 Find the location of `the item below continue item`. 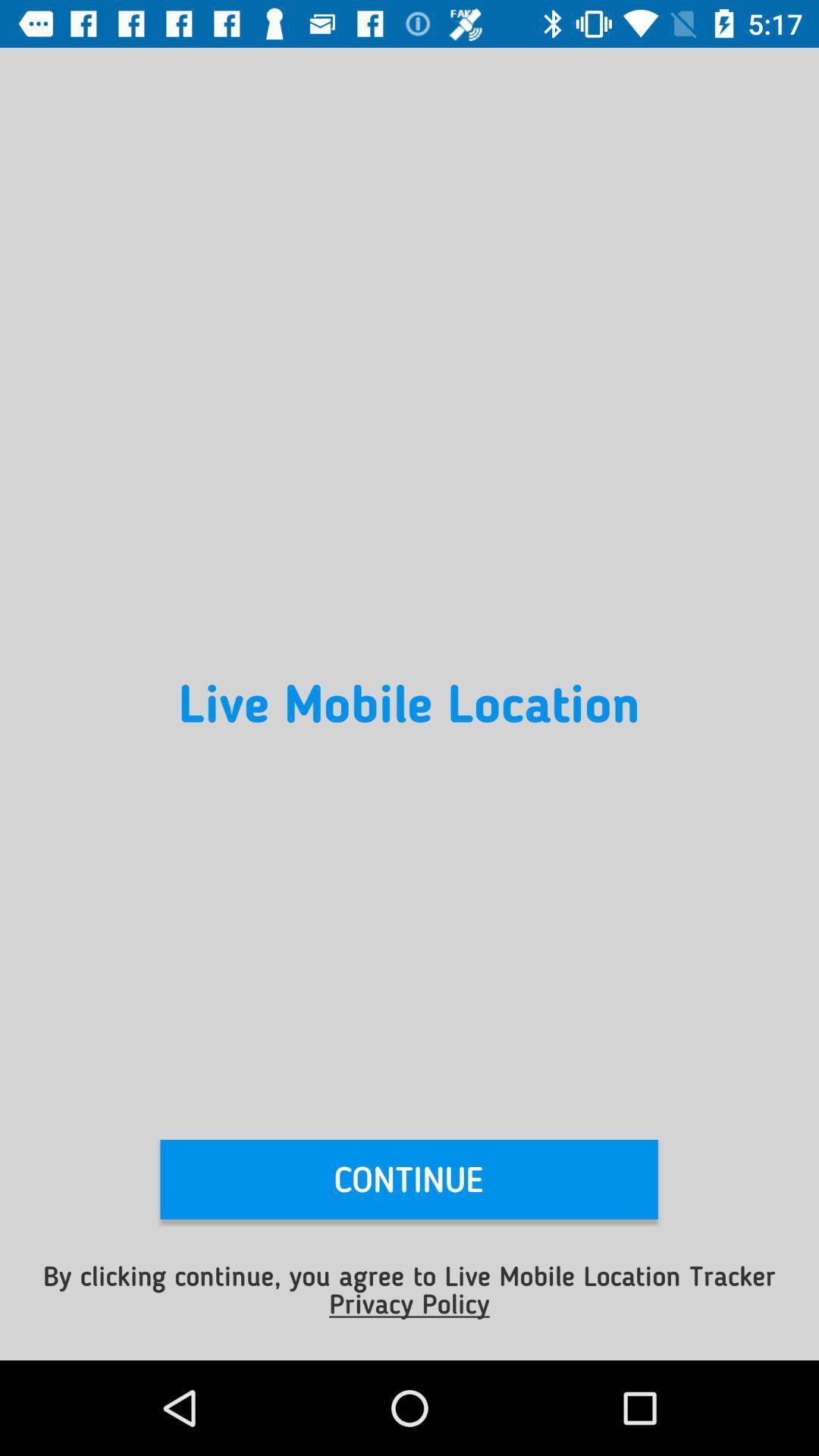

the item below continue item is located at coordinates (409, 1288).